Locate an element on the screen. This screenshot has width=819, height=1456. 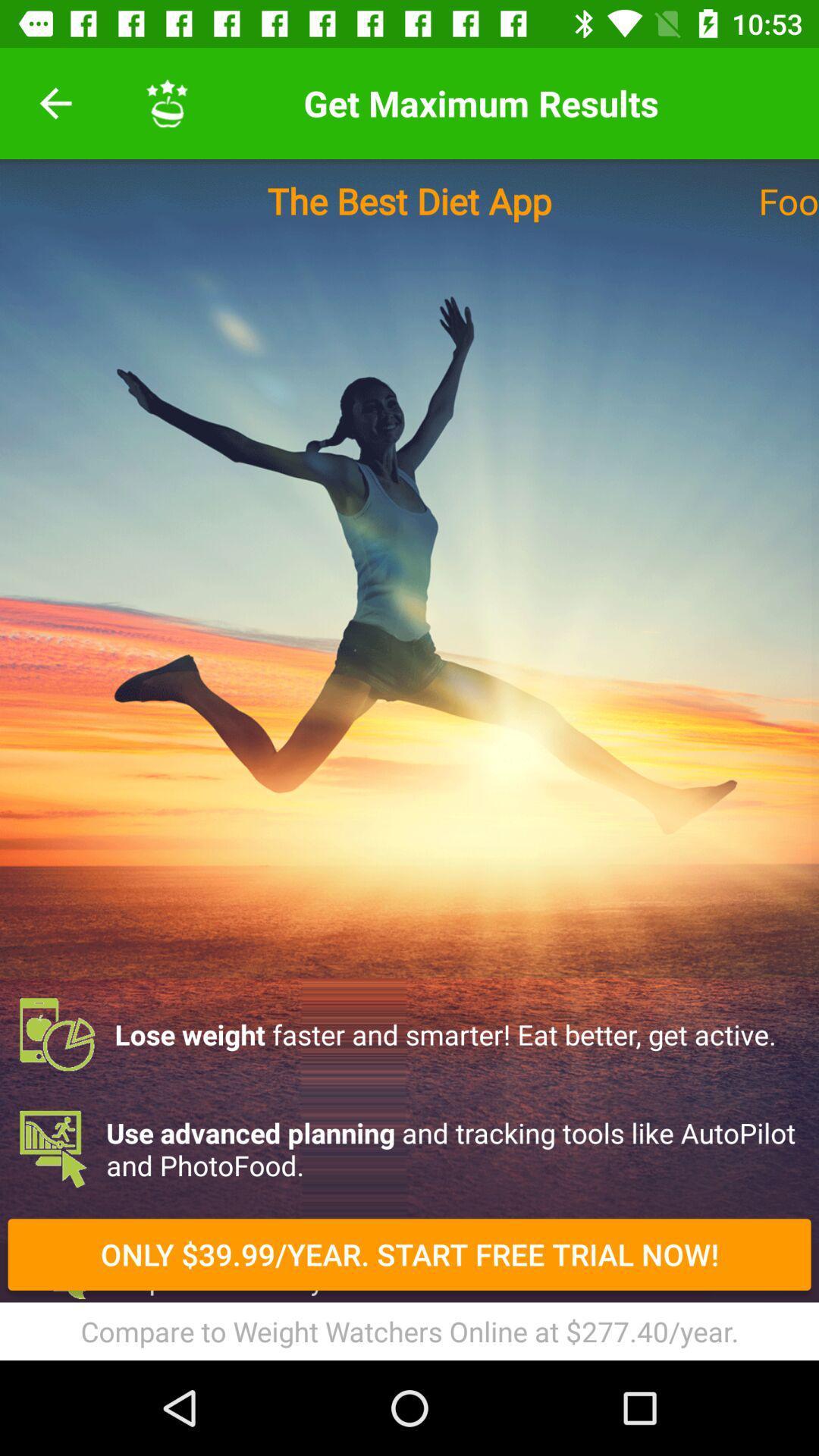
the item below use advanced planning is located at coordinates (409, 1254).